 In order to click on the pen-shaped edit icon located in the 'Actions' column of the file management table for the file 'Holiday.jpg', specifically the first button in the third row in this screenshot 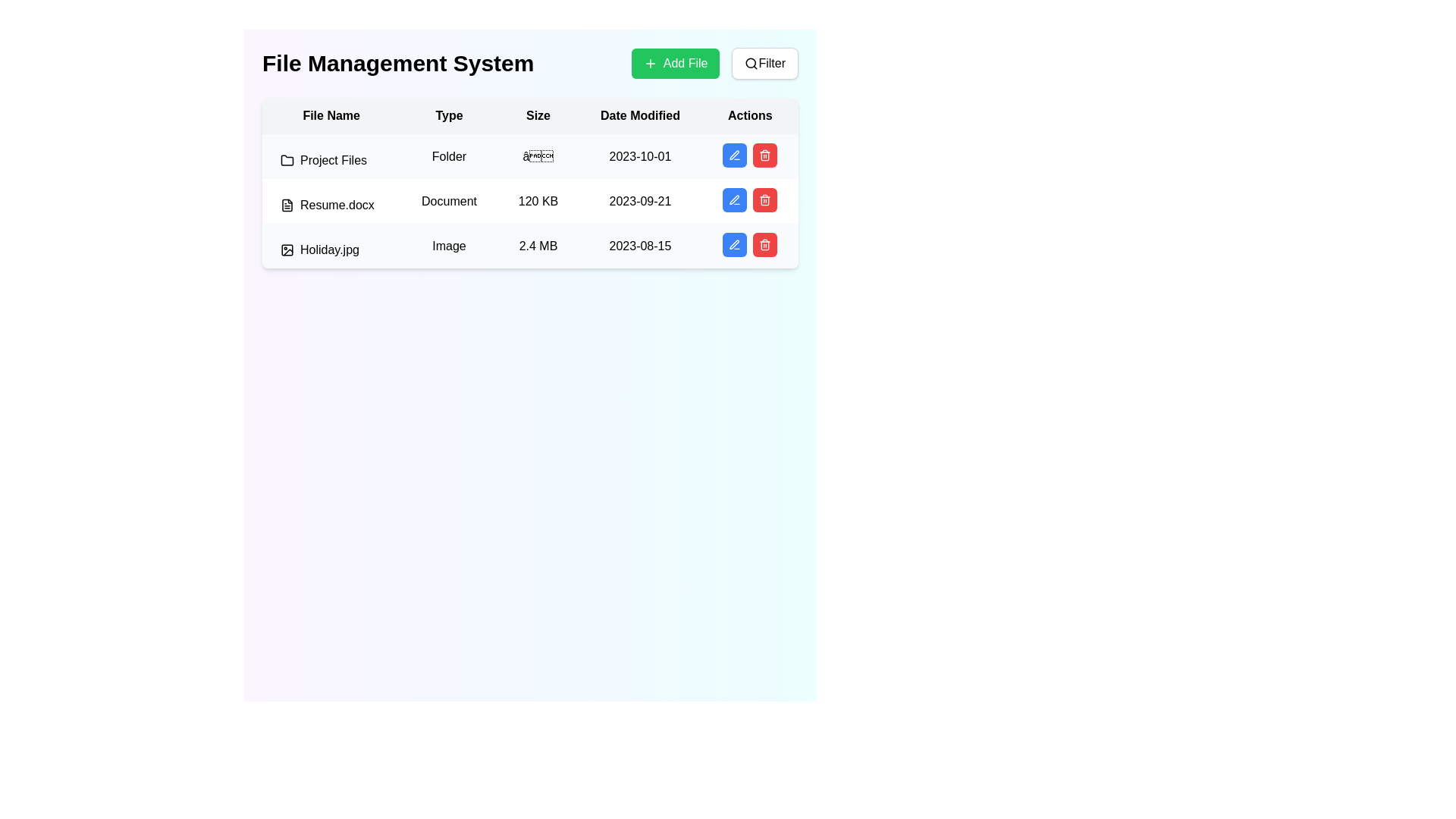, I will do `click(735, 243)`.